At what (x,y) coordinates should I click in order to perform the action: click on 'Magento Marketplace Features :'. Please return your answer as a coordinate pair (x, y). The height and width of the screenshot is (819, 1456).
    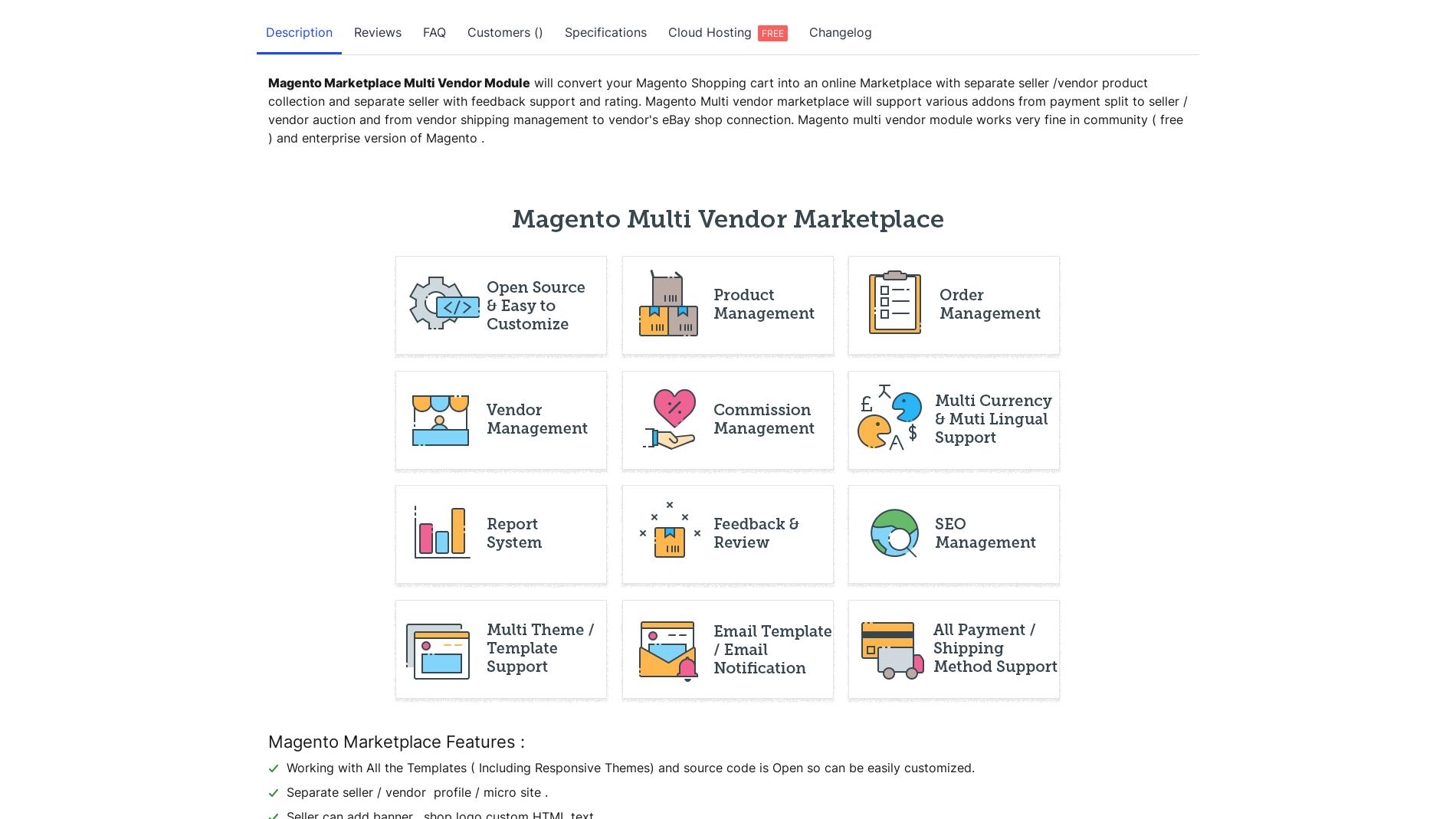
    Looking at the image, I should click on (396, 741).